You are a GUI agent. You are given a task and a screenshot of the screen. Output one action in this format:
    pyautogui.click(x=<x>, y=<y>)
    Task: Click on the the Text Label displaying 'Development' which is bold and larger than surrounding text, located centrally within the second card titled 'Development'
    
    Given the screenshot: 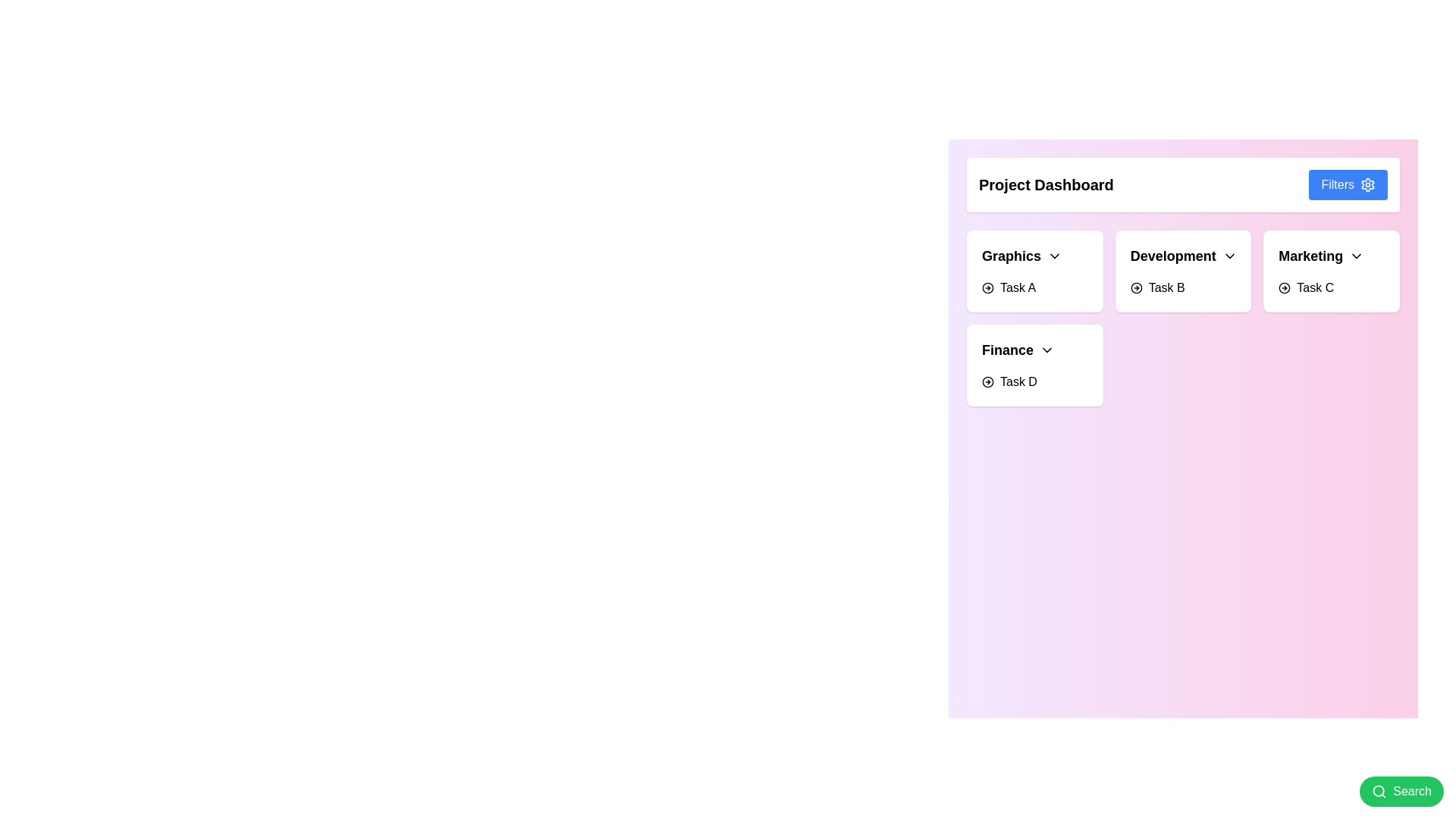 What is the action you would take?
    pyautogui.click(x=1172, y=256)
    